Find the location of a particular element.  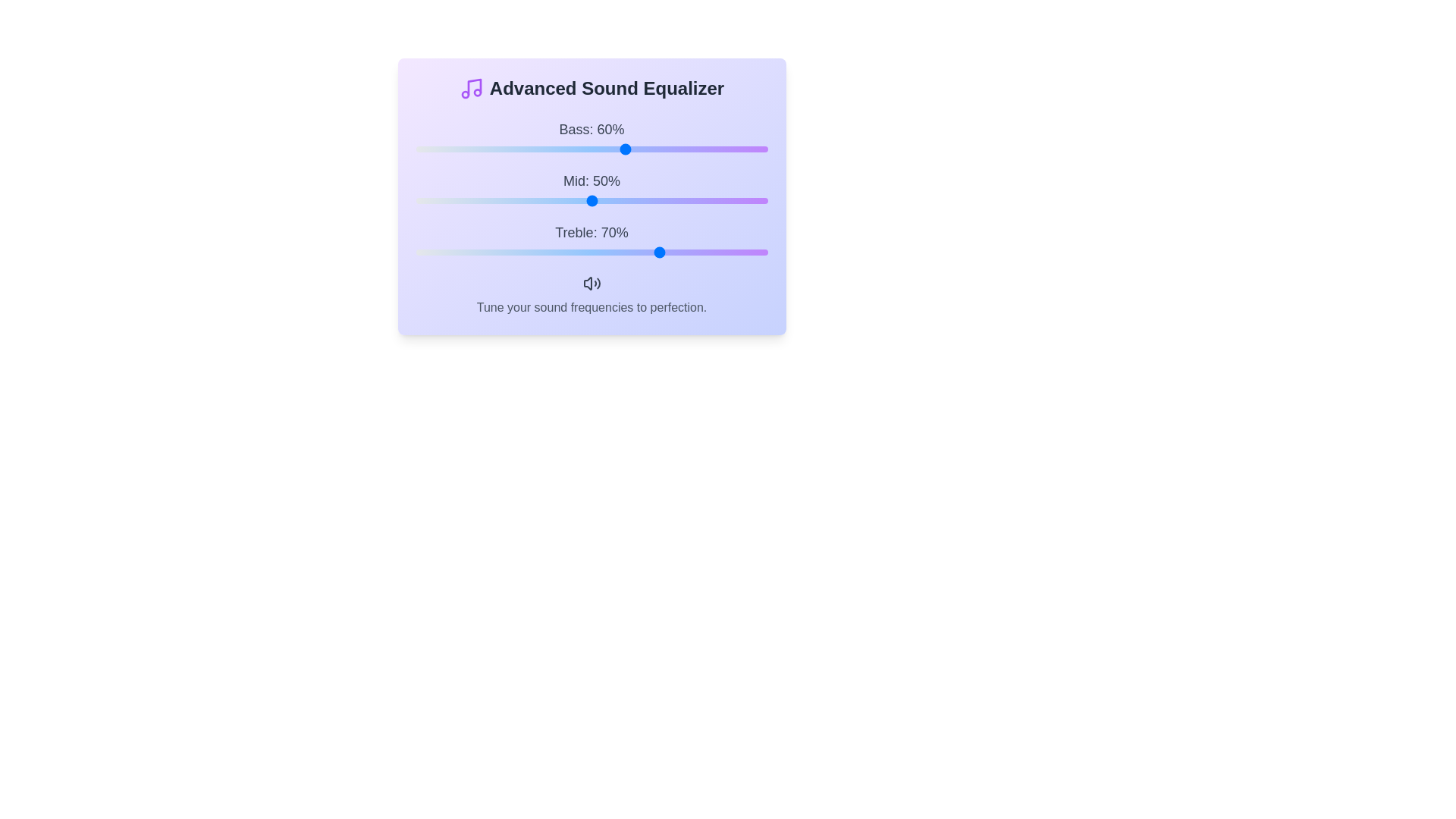

the mid frequency slider to 46% is located at coordinates (576, 200).